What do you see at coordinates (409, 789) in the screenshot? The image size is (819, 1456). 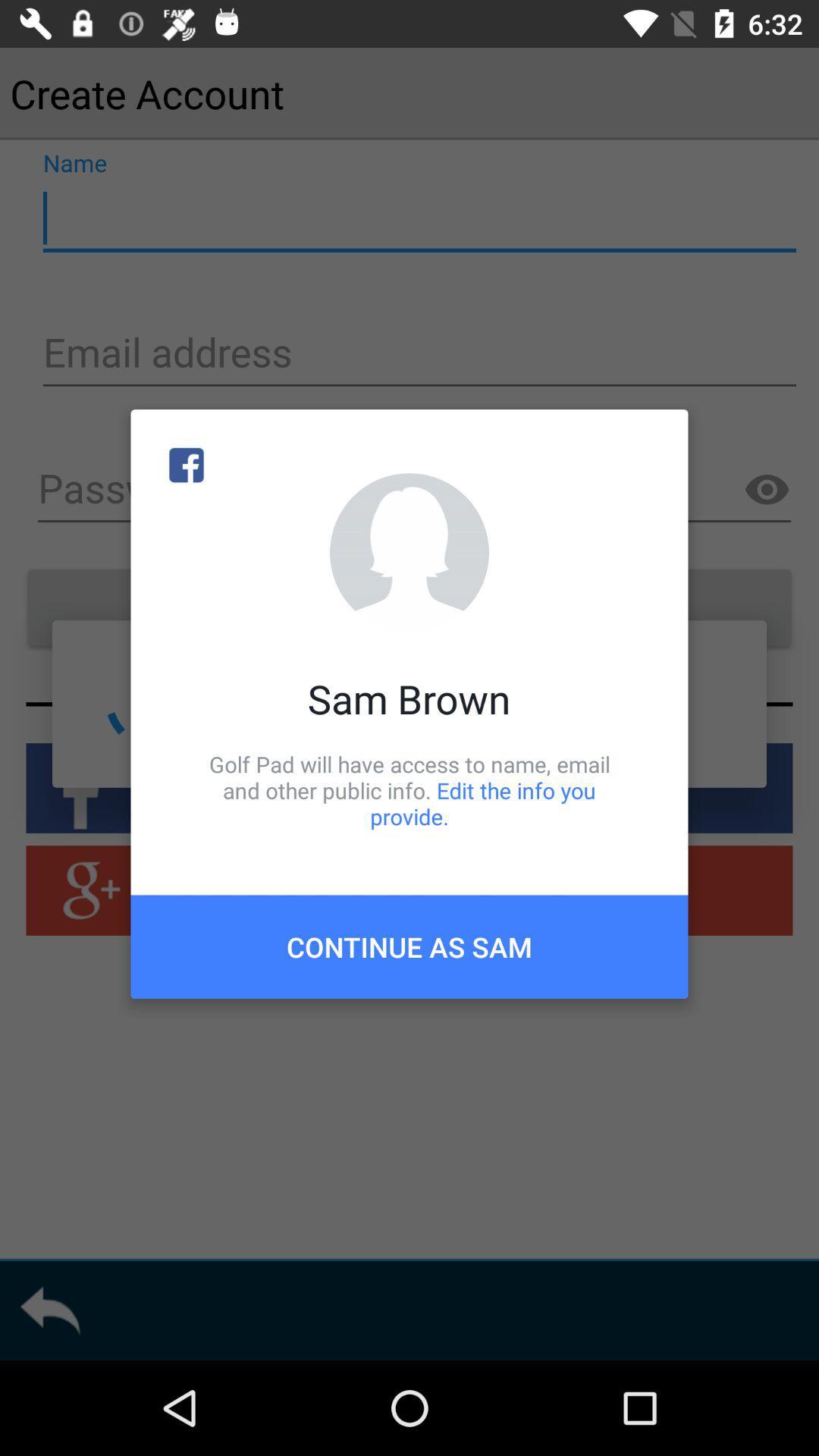 I see `icon below sam brown icon` at bounding box center [409, 789].